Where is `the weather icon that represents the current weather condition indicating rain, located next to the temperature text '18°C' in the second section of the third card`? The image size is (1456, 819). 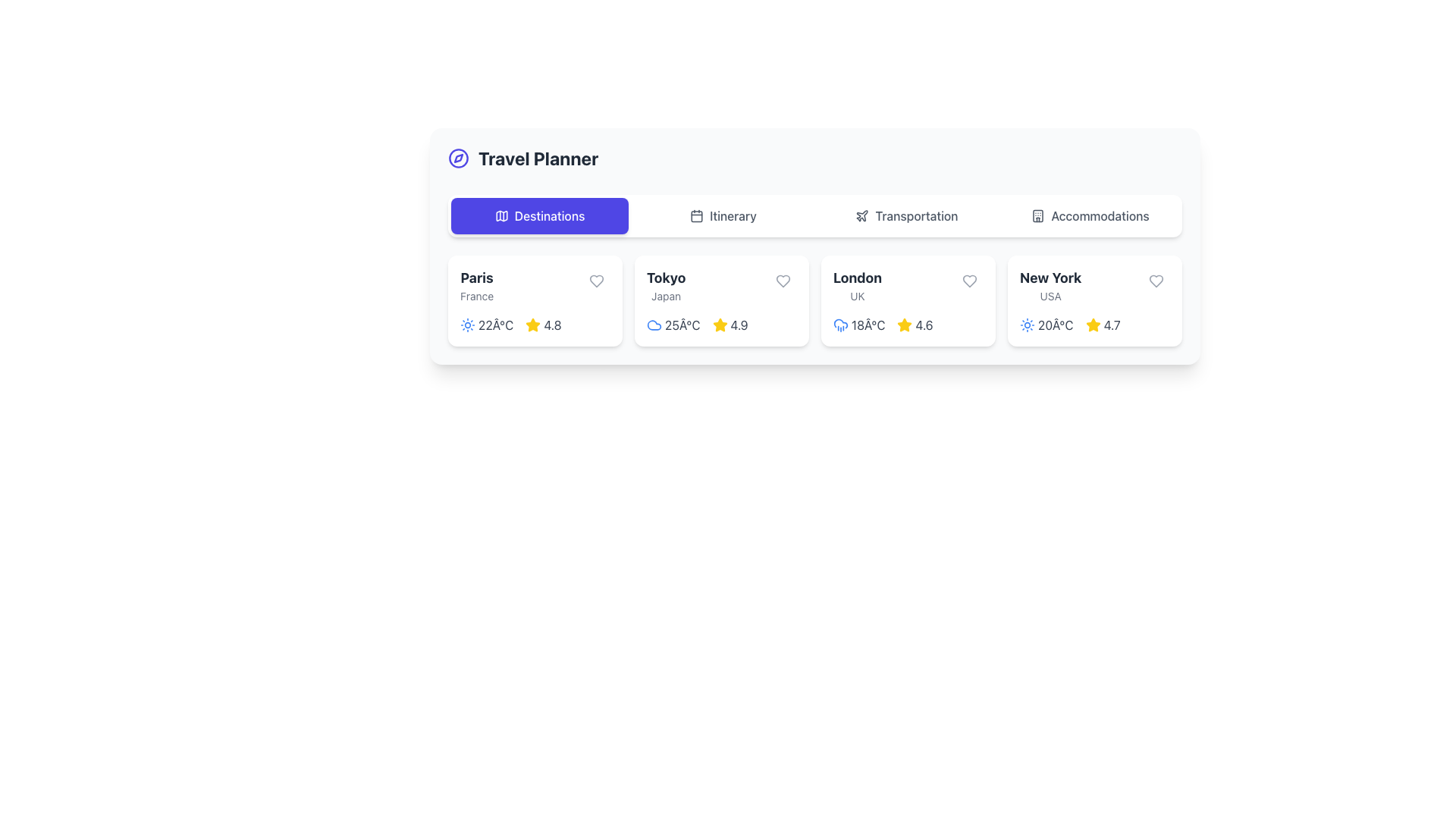 the weather icon that represents the current weather condition indicating rain, located next to the temperature text '18°C' in the second section of the third card is located at coordinates (839, 324).